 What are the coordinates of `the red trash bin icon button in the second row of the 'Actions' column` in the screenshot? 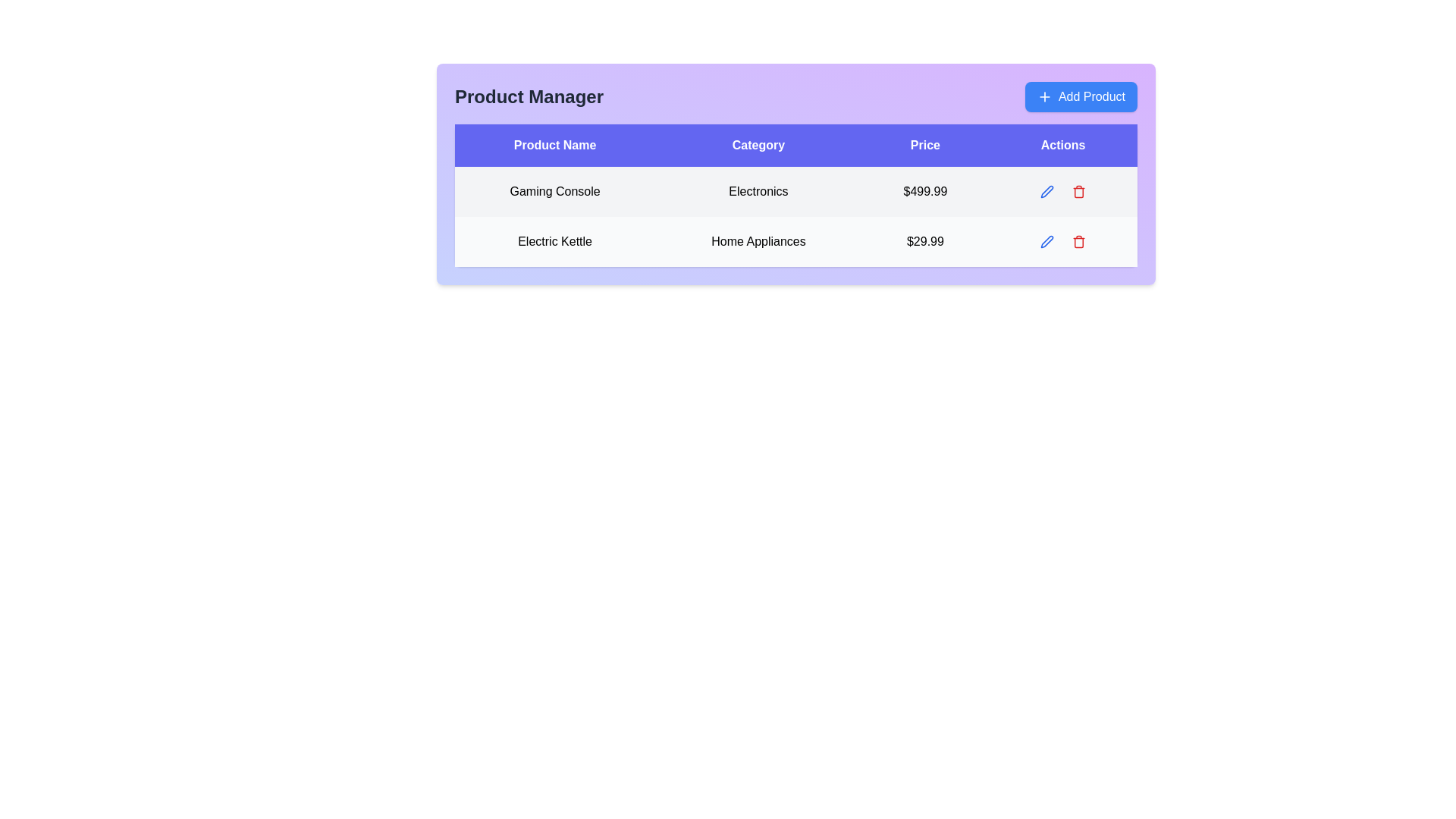 It's located at (1078, 241).